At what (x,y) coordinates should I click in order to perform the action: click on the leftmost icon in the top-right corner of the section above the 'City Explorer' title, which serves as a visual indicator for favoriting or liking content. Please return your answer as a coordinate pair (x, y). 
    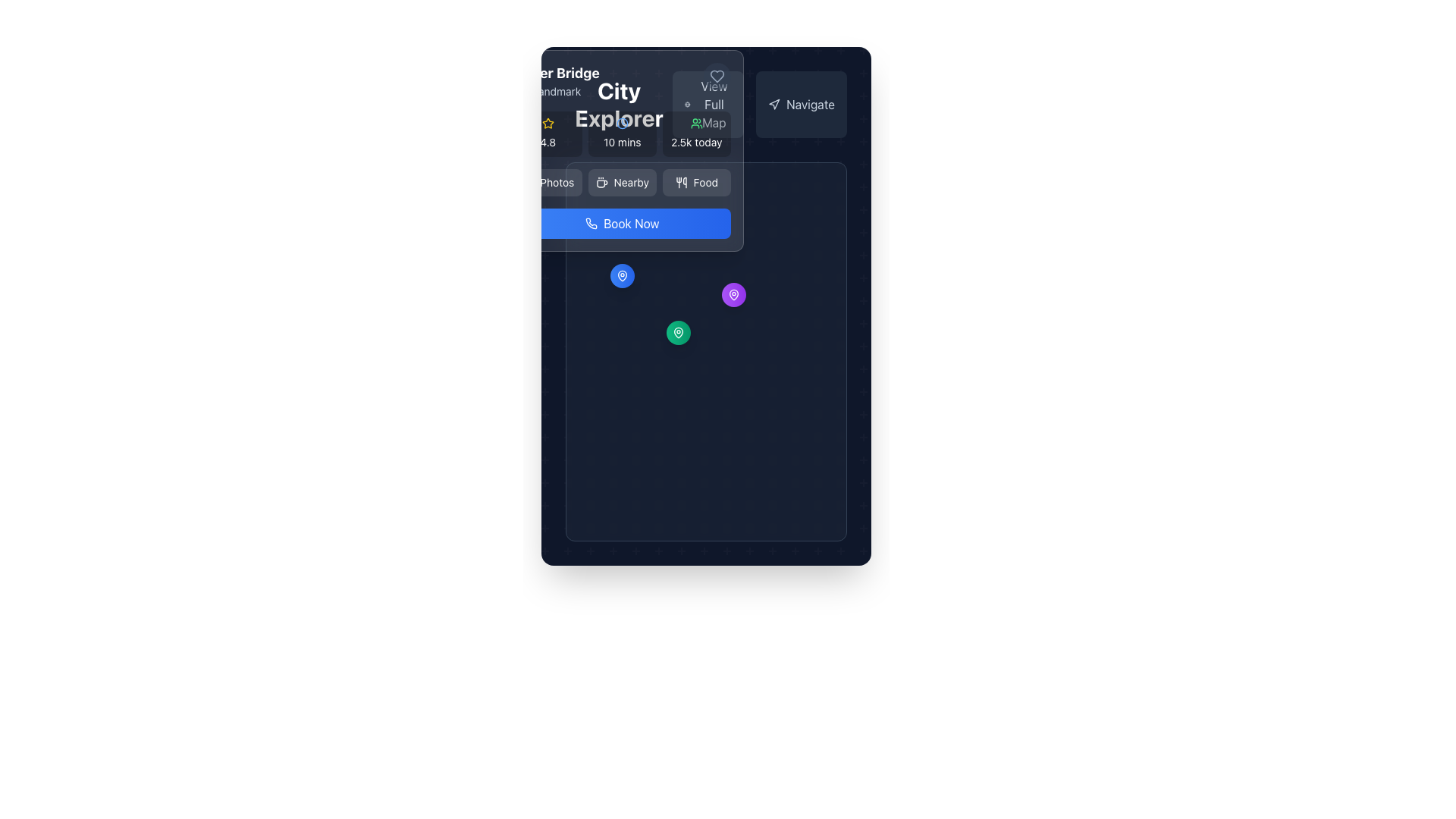
    Looking at the image, I should click on (716, 77).